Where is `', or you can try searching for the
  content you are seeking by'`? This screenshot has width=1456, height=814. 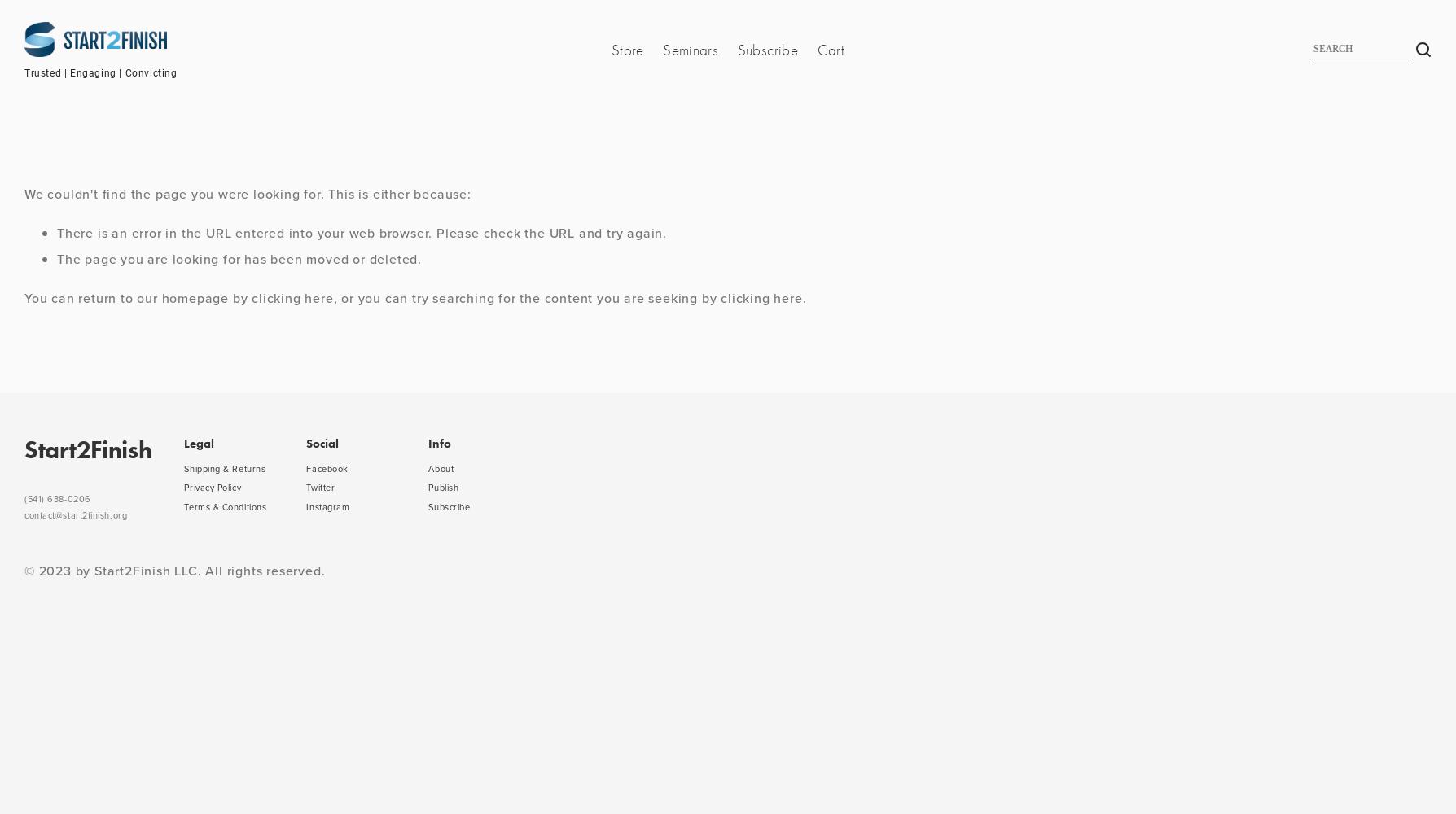
', or you can try searching for the
  content you are seeking by' is located at coordinates (527, 296).